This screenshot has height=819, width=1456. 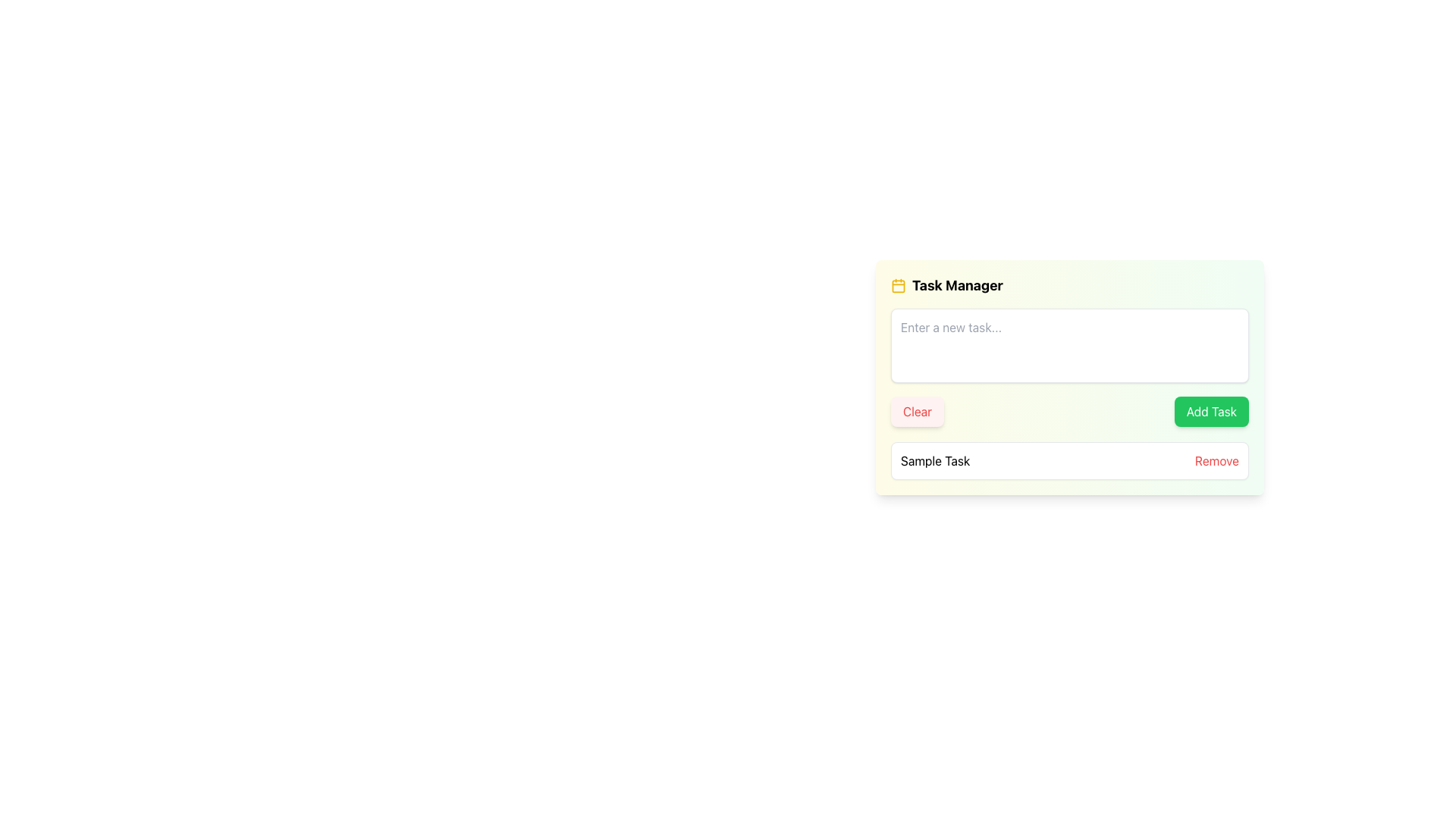 What do you see at coordinates (899, 286) in the screenshot?
I see `the main inner body rectangle of the calendar icon, which is located to the left of the 'Task Manager' title` at bounding box center [899, 286].